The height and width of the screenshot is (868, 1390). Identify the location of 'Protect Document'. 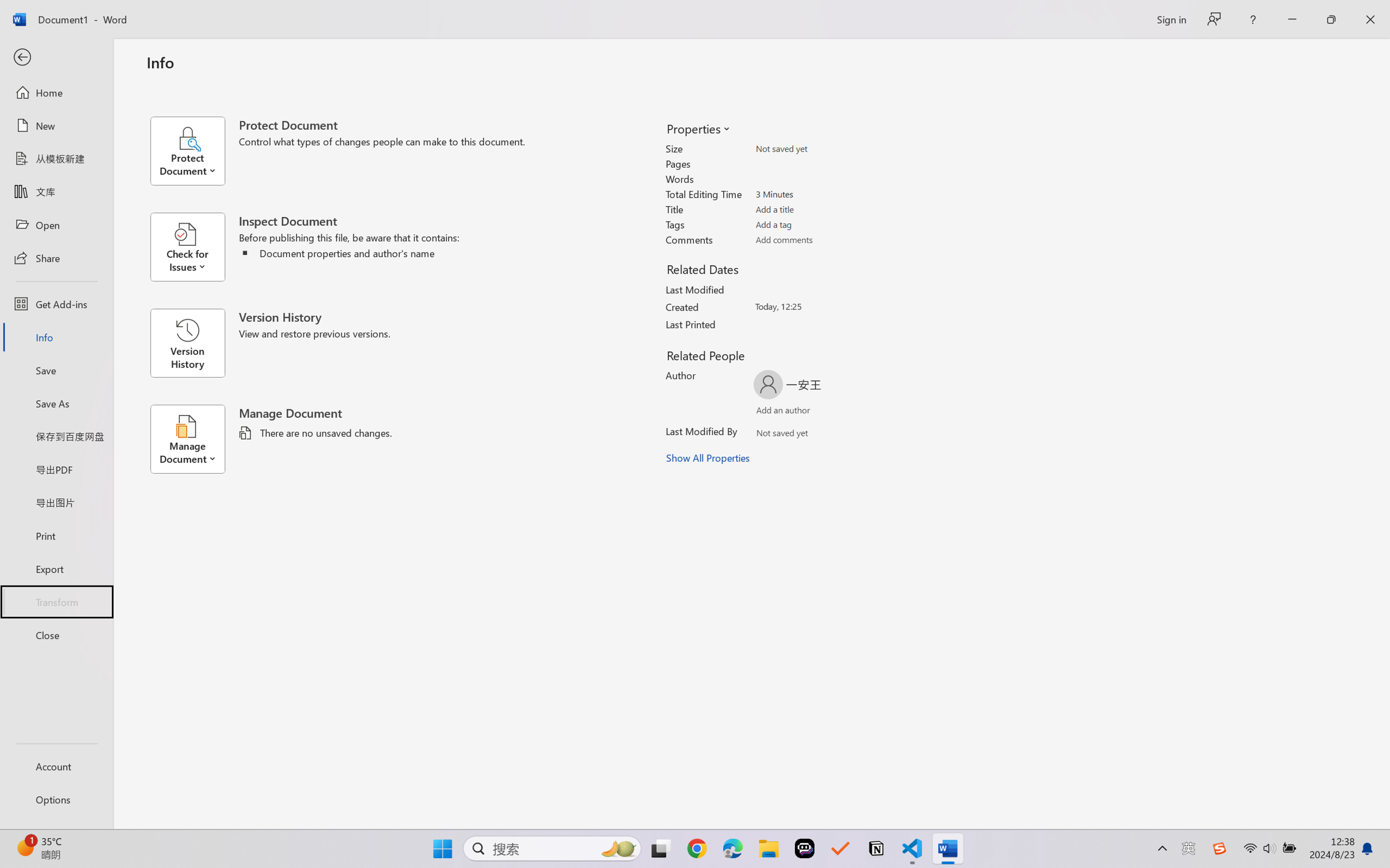
(194, 150).